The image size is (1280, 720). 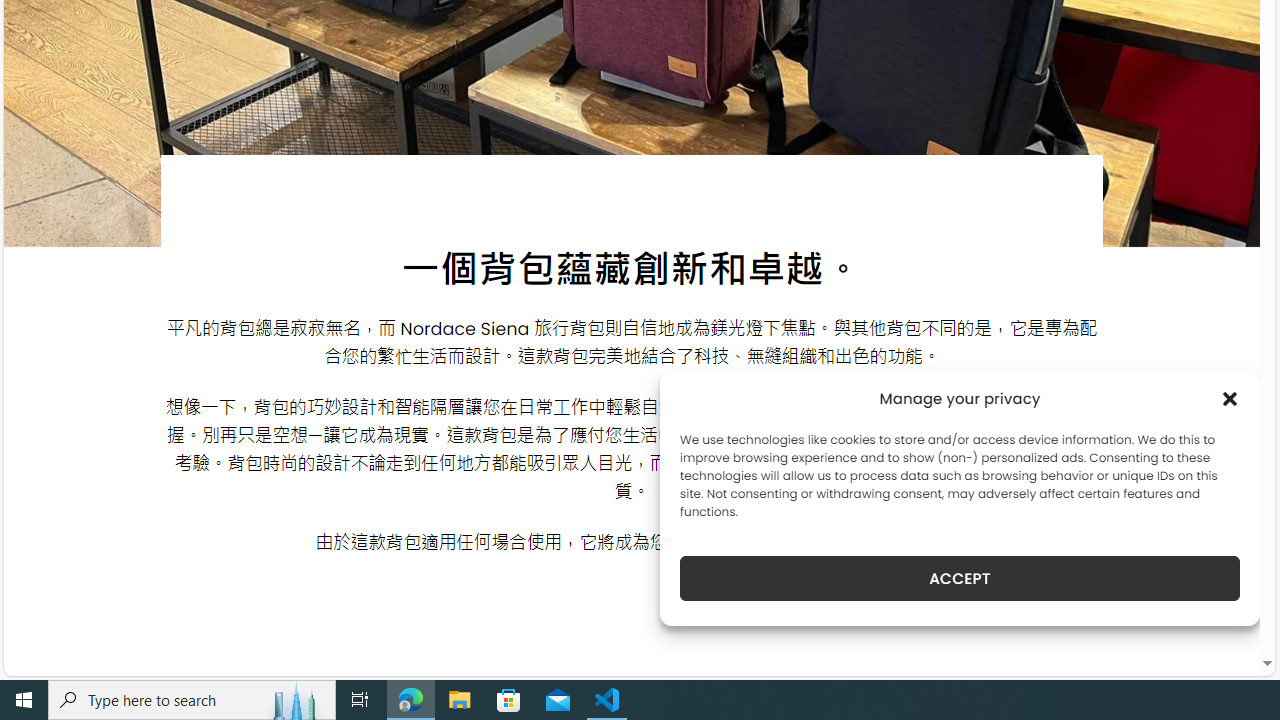 What do you see at coordinates (1229, 398) in the screenshot?
I see `'Class: cmplz-close'` at bounding box center [1229, 398].